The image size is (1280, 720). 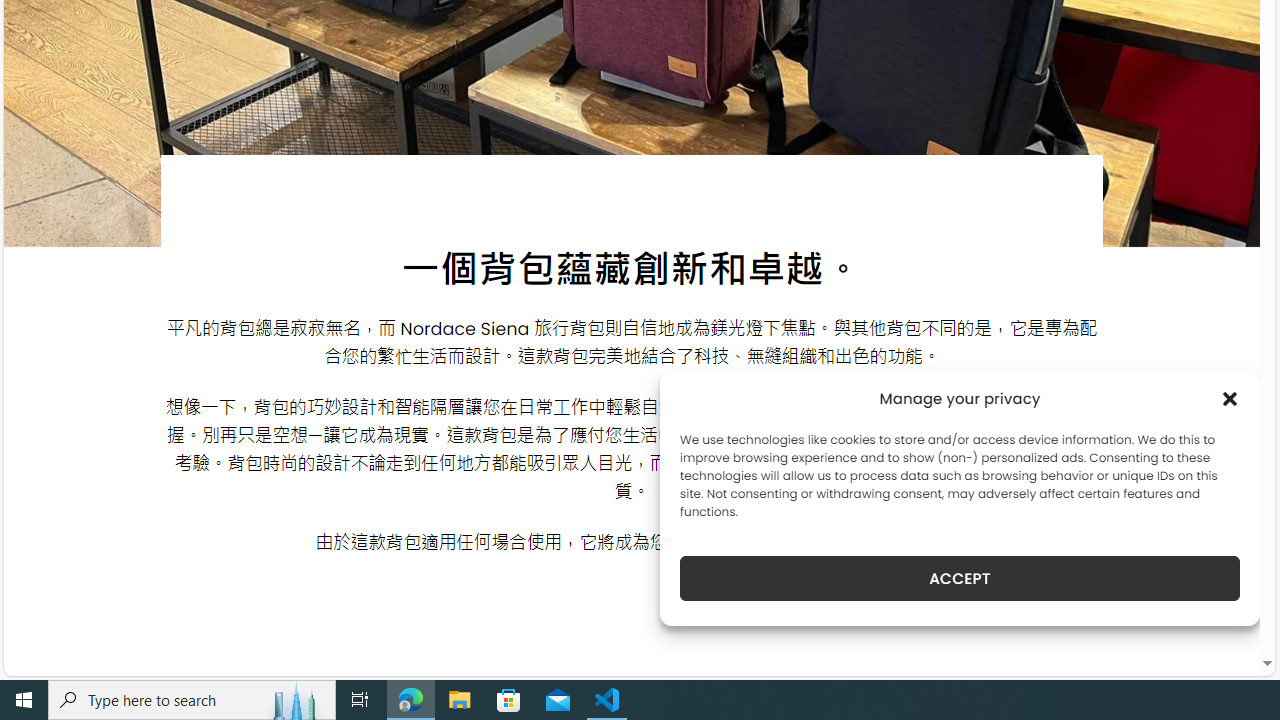 What do you see at coordinates (1229, 398) in the screenshot?
I see `'Class: cmplz-close'` at bounding box center [1229, 398].